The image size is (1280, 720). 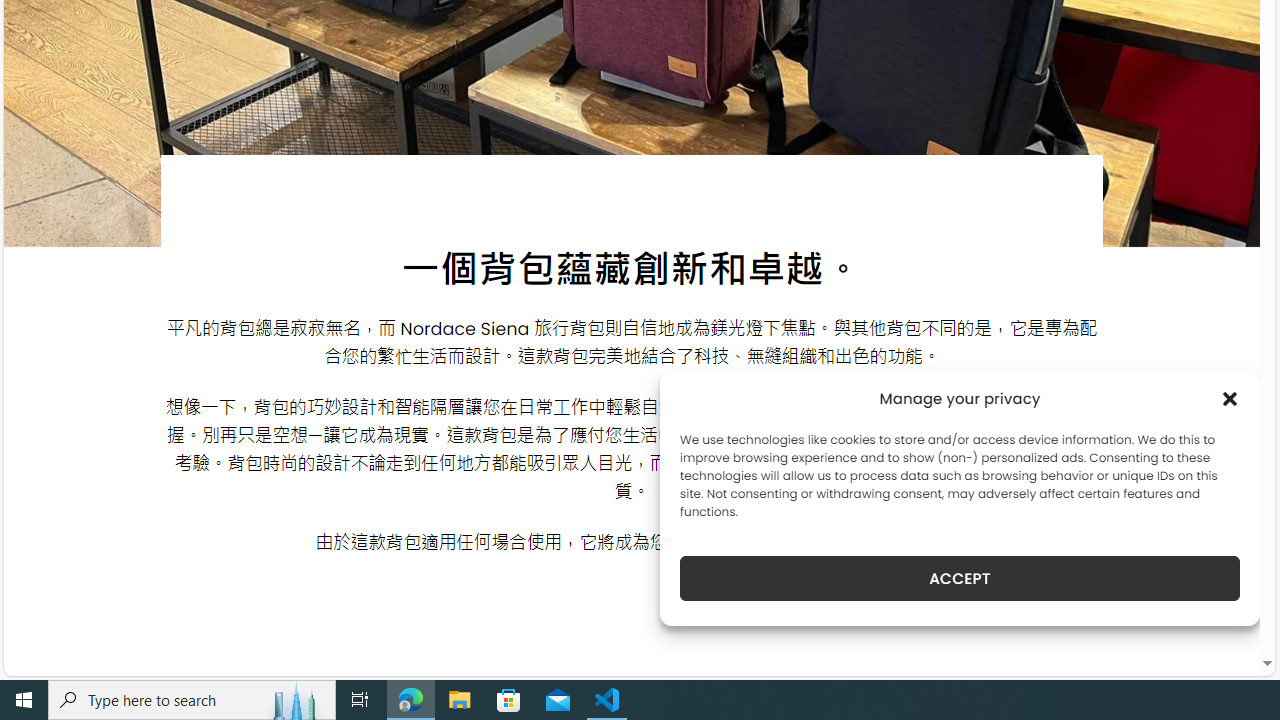 What do you see at coordinates (1229, 398) in the screenshot?
I see `'Class: cmplz-close'` at bounding box center [1229, 398].